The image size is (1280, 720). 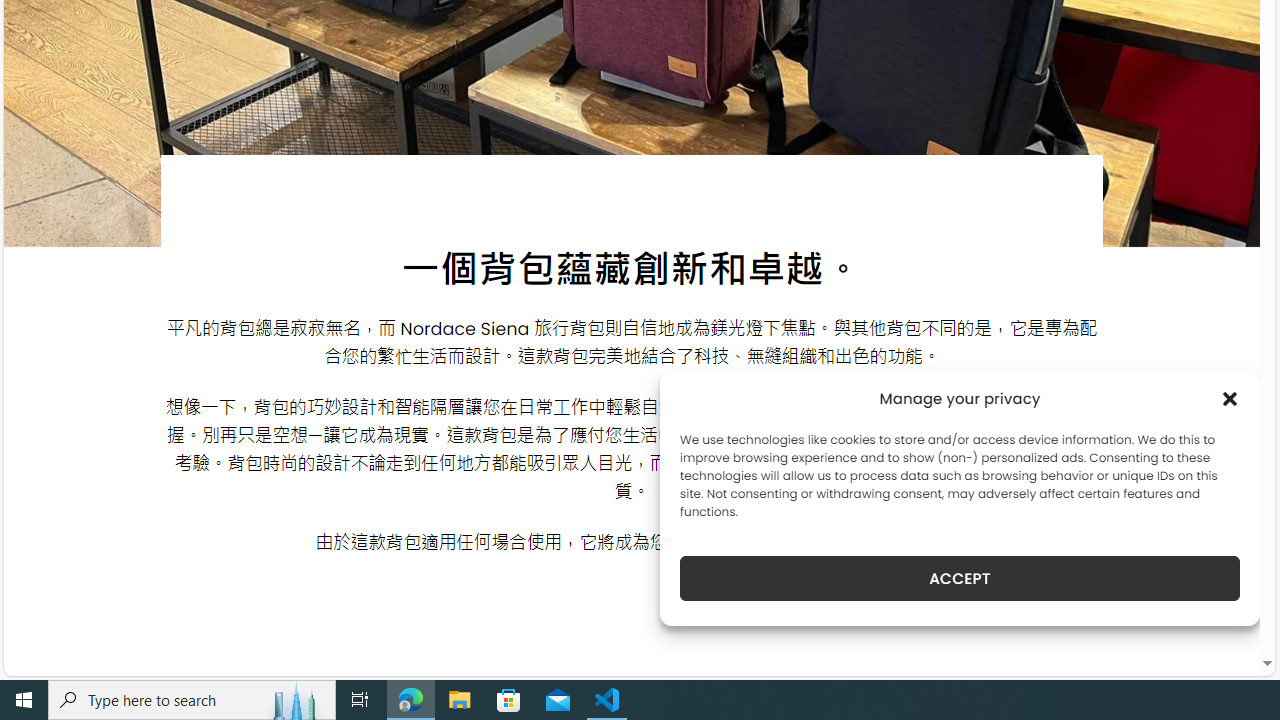 What do you see at coordinates (1229, 398) in the screenshot?
I see `'Class: cmplz-close'` at bounding box center [1229, 398].